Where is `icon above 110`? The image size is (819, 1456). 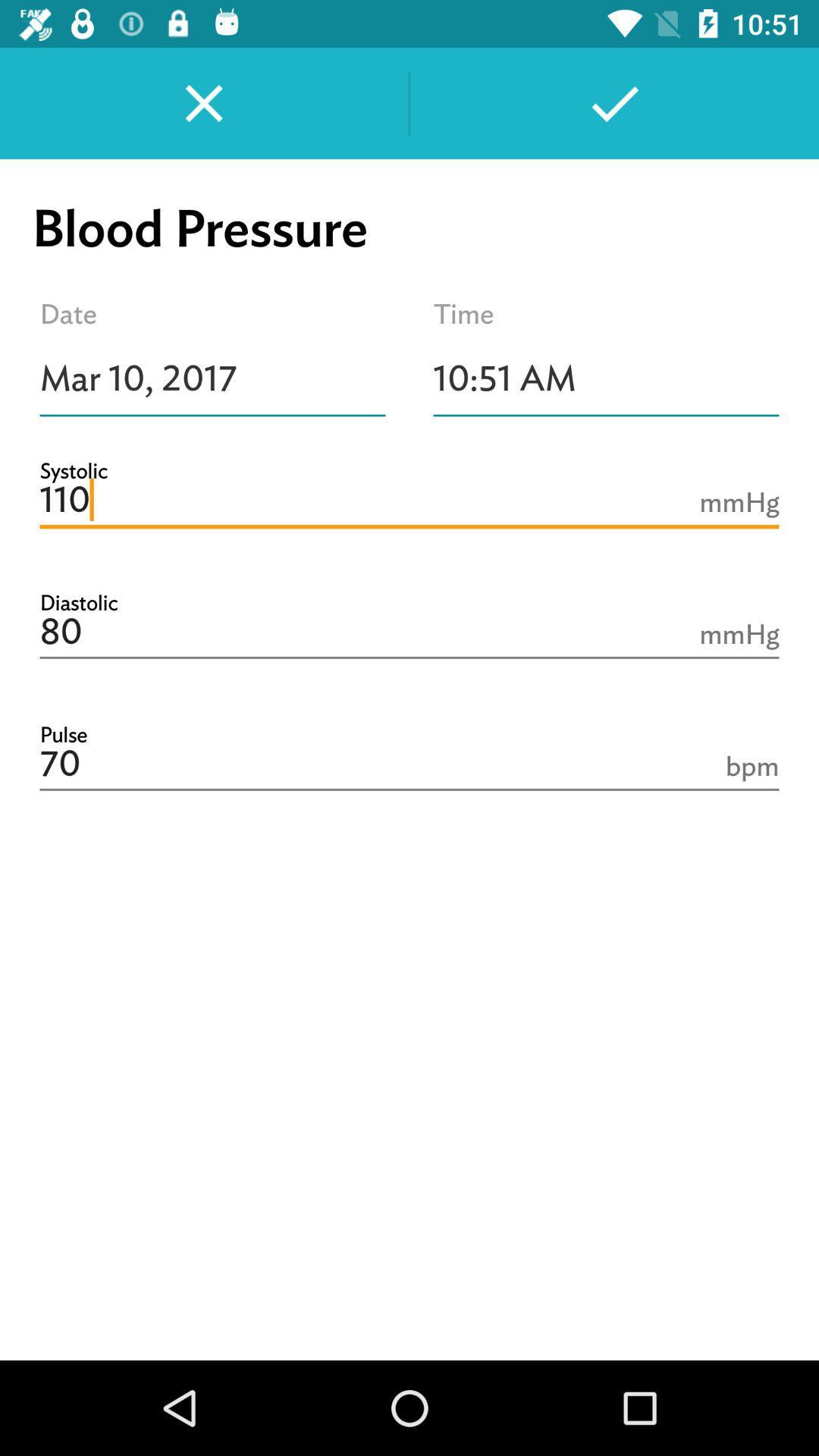
icon above 110 is located at coordinates (605, 378).